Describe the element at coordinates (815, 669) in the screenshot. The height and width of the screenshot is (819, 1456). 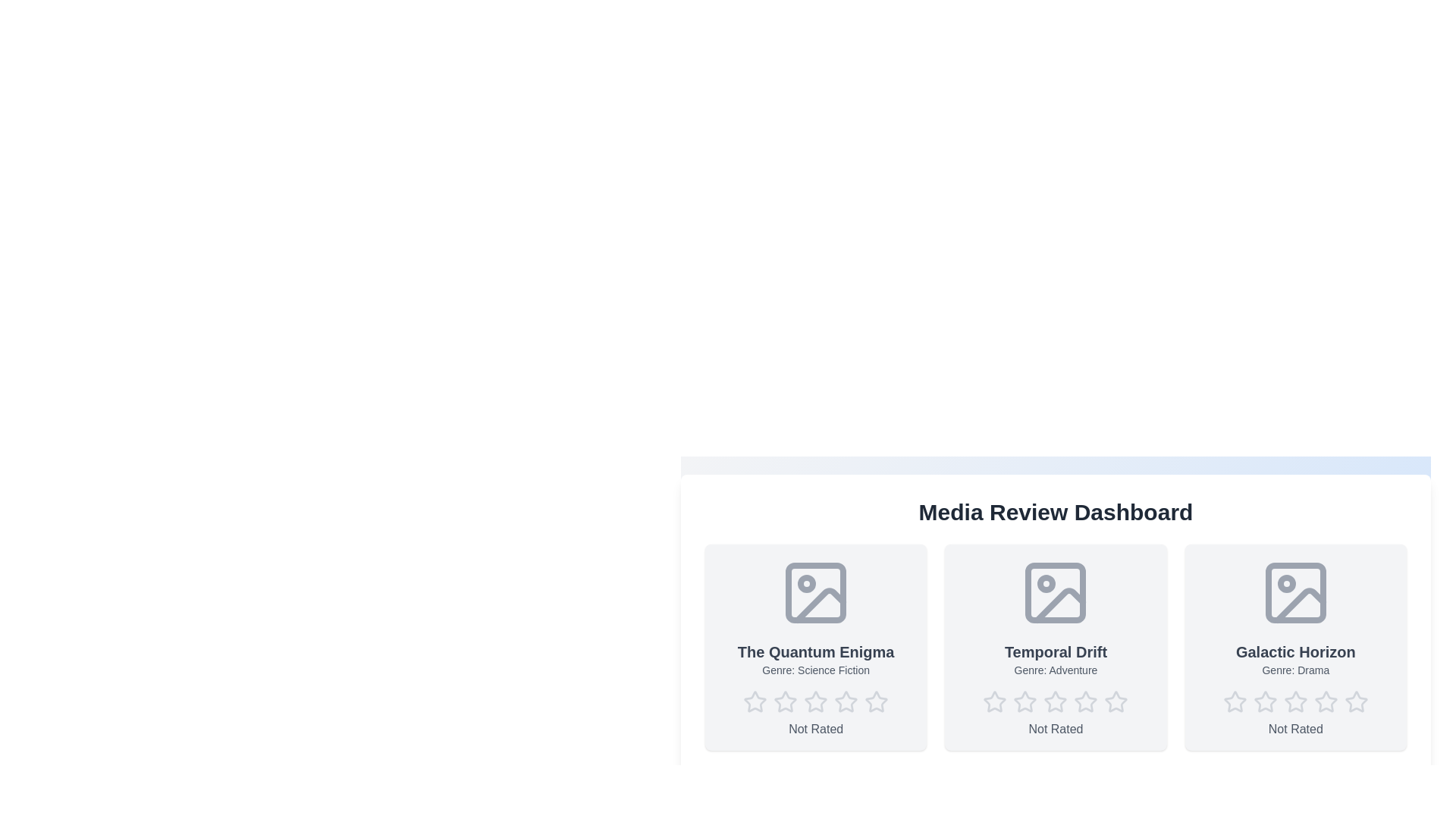
I see `the genre text of the media item 'The Quantum Enigma'` at that location.